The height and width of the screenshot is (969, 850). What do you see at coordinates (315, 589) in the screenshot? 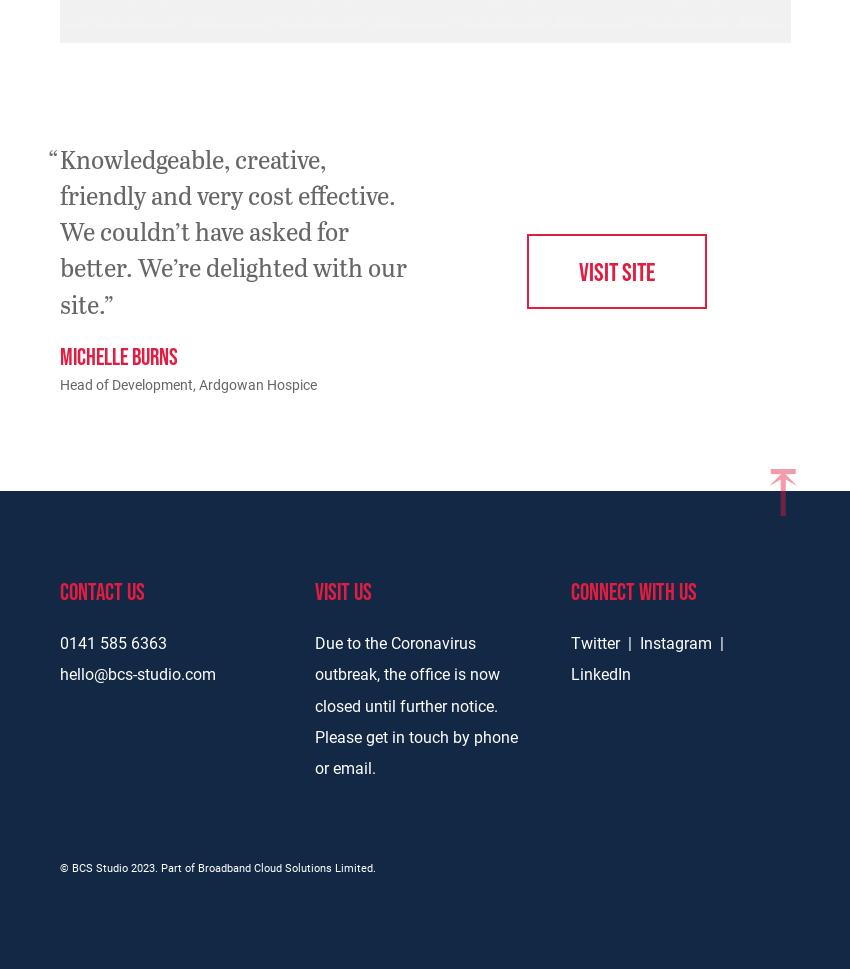
I see `'Visit Us'` at bounding box center [315, 589].